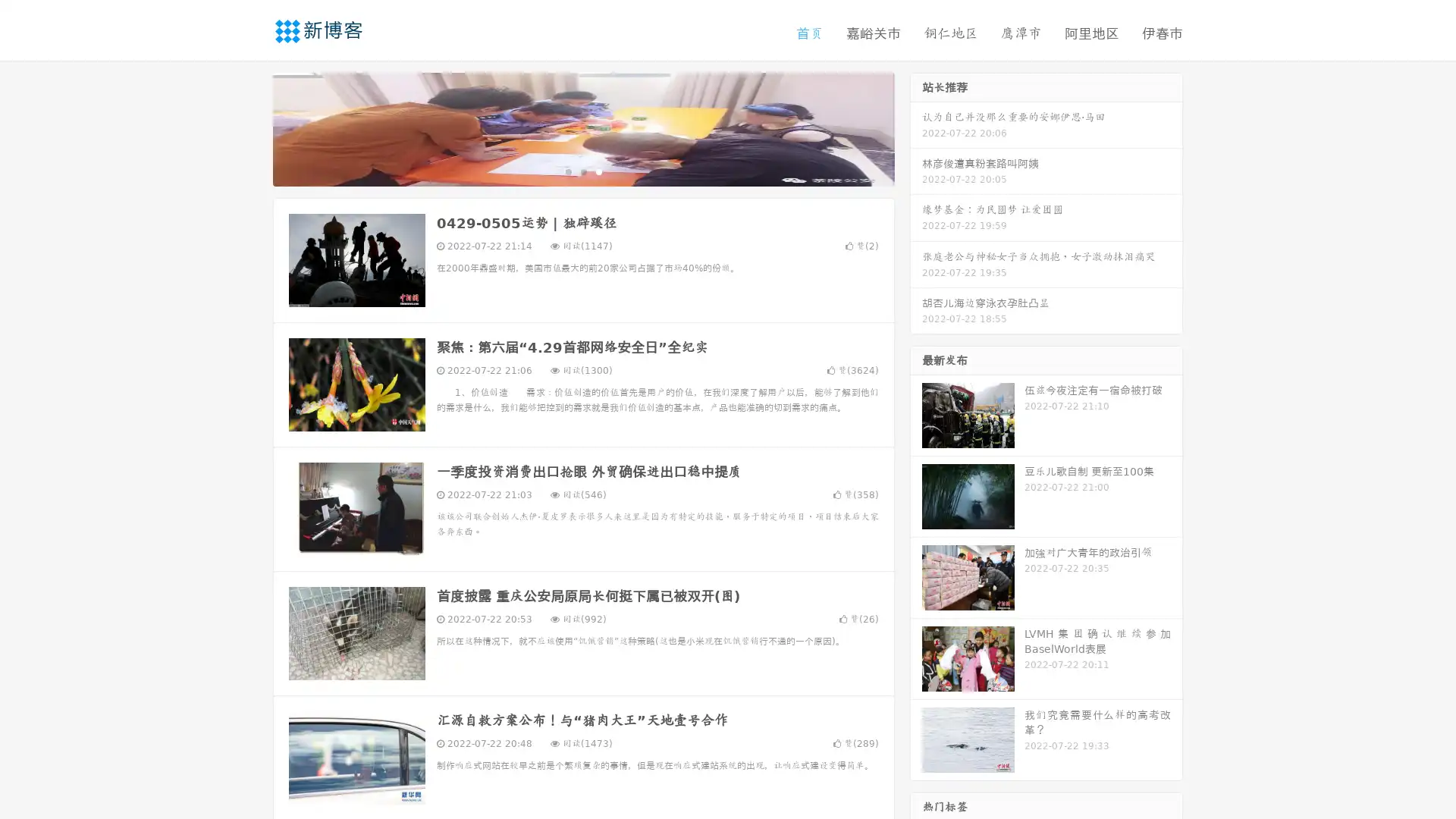  What do you see at coordinates (567, 171) in the screenshot?
I see `Go to slide 1` at bounding box center [567, 171].